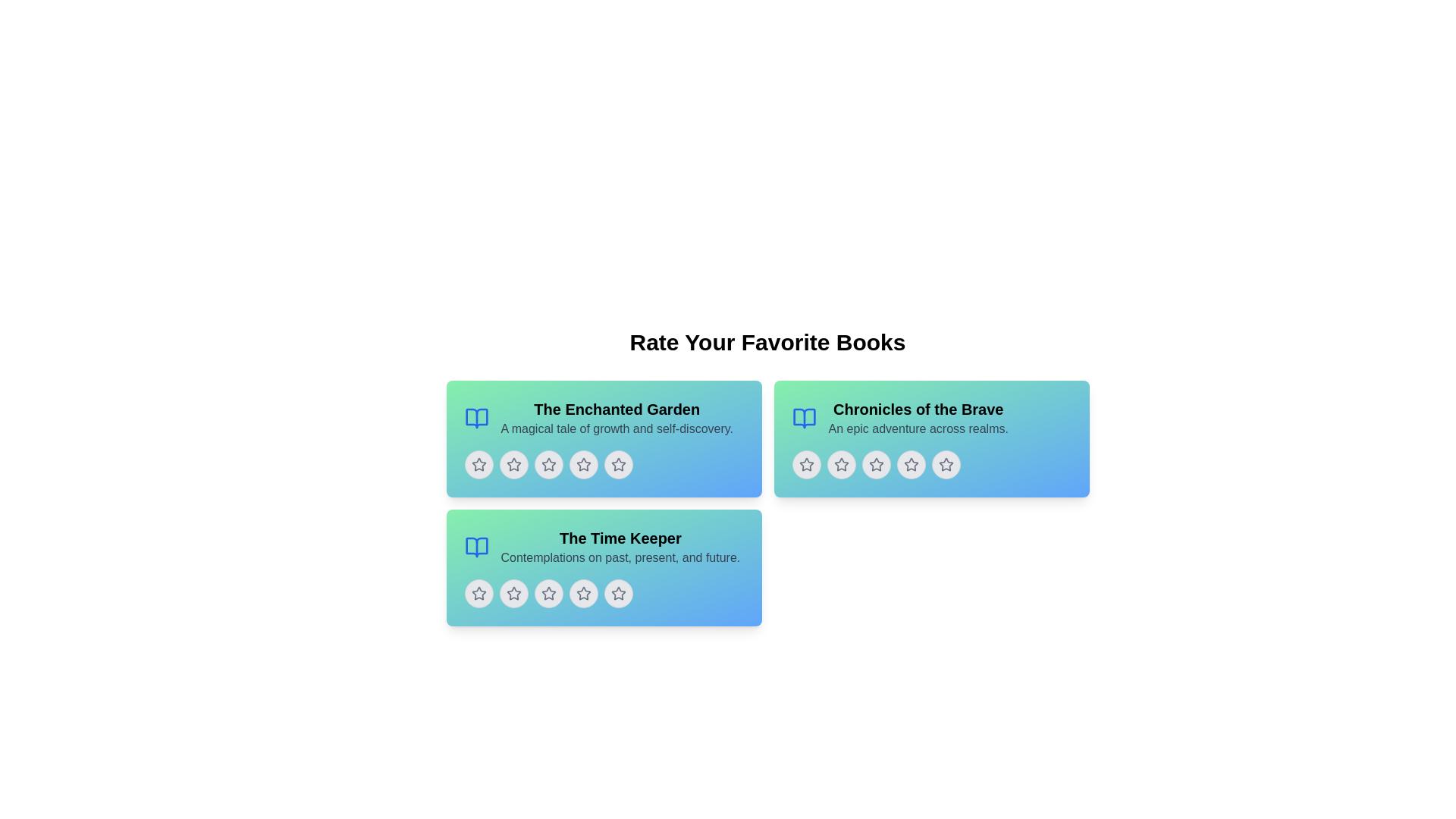 Image resolution: width=1456 pixels, height=819 pixels. Describe the element at coordinates (582, 463) in the screenshot. I see `the third star icon (hollow design) in the rating system under 'The Enchanted Garden' title to rate it` at that location.